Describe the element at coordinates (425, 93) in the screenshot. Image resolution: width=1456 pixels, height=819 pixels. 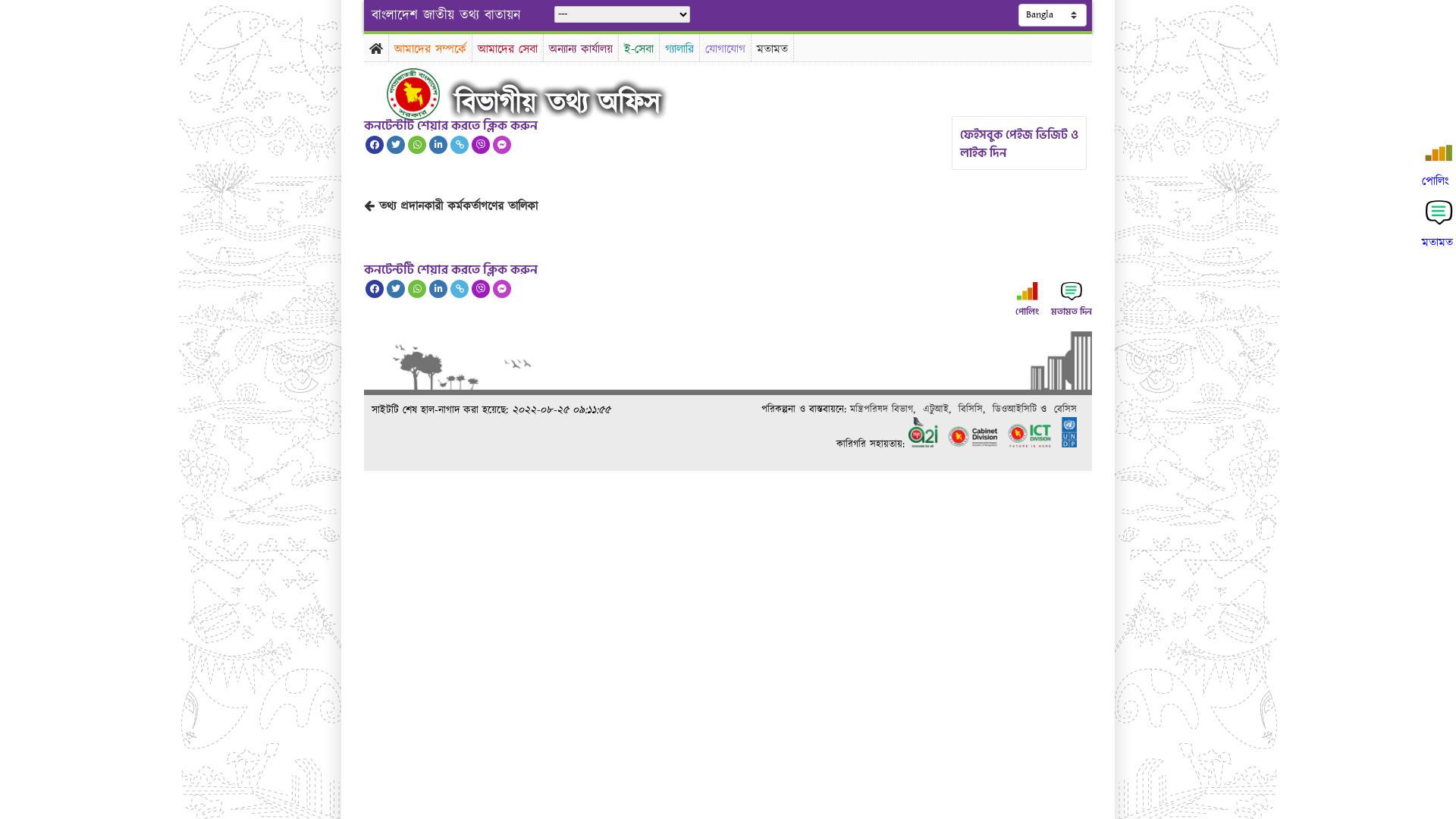
I see `'` at that location.